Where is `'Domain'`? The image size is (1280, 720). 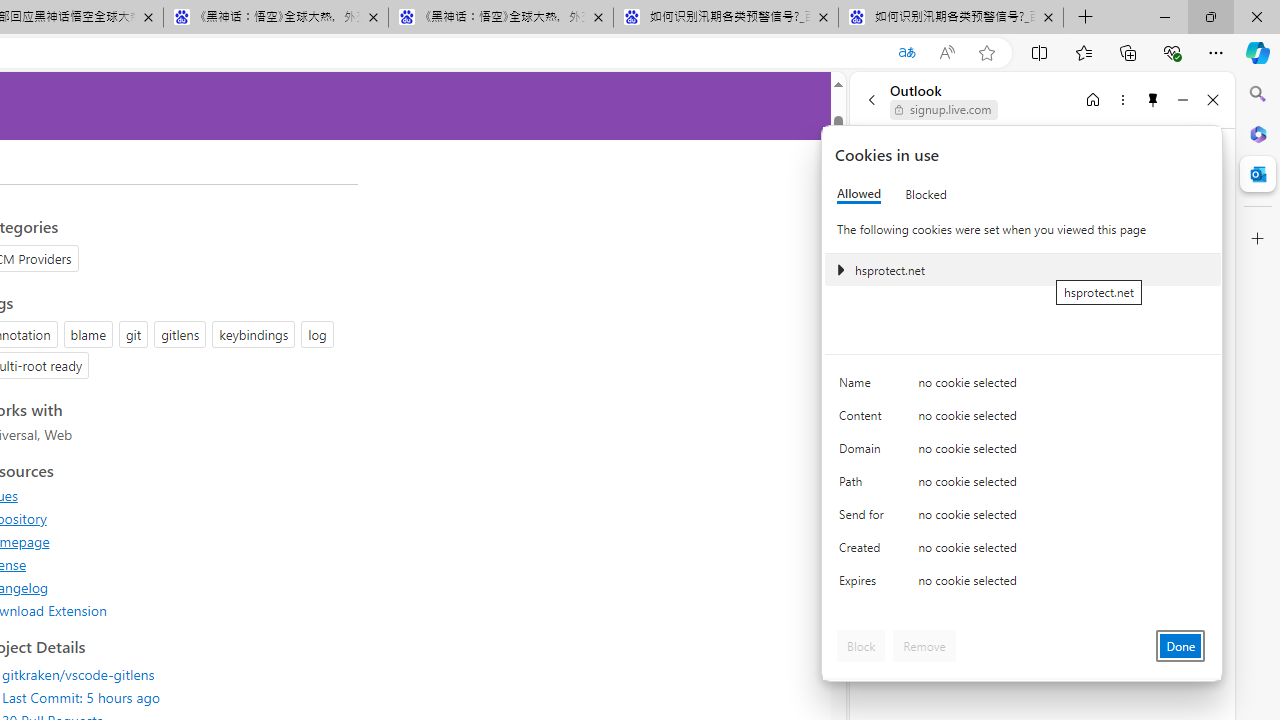
'Domain' is located at coordinates (865, 453).